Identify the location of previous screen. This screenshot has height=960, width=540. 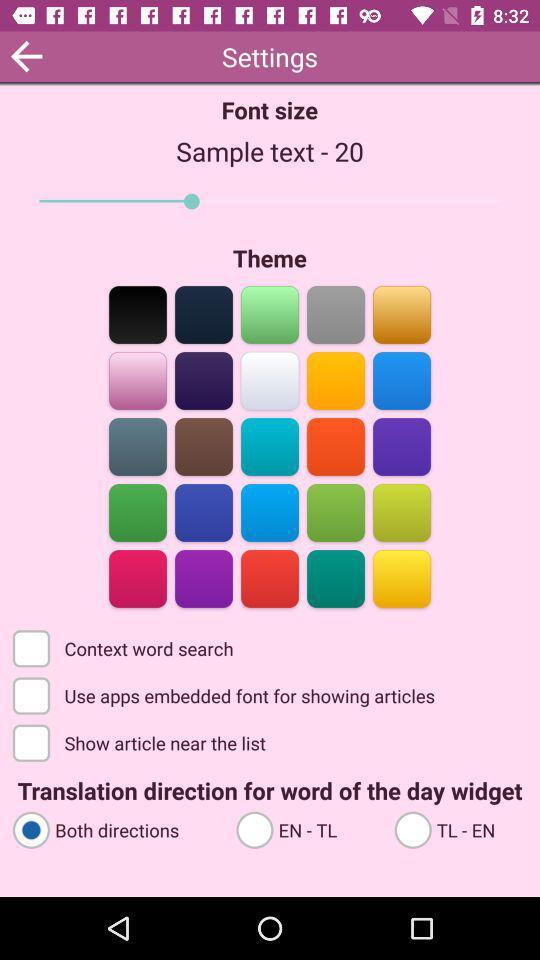
(25, 55).